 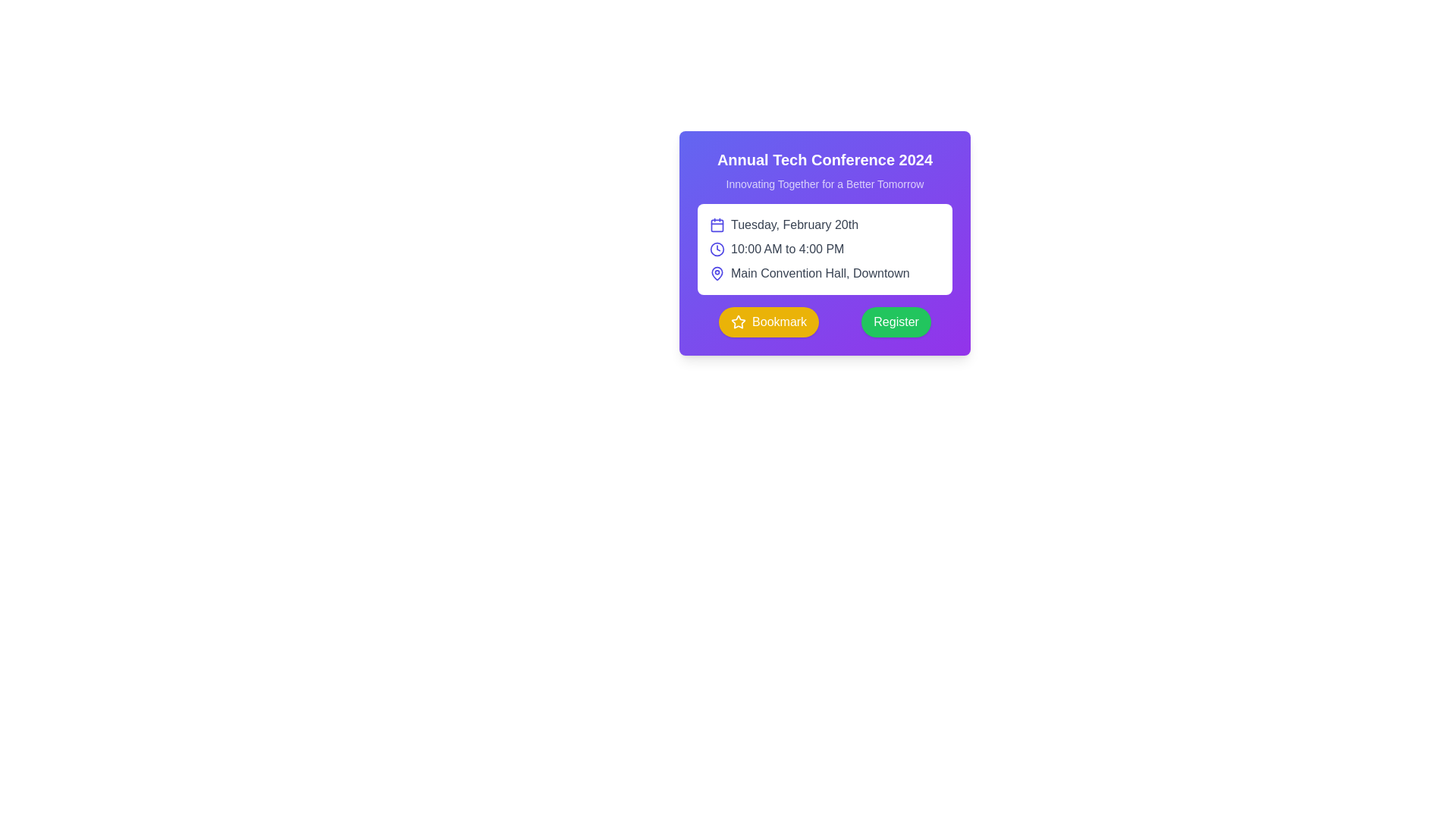 I want to click on the circular clock icon located to the left of the '10:00 AM to 4:00 PM' label, so click(x=716, y=248).